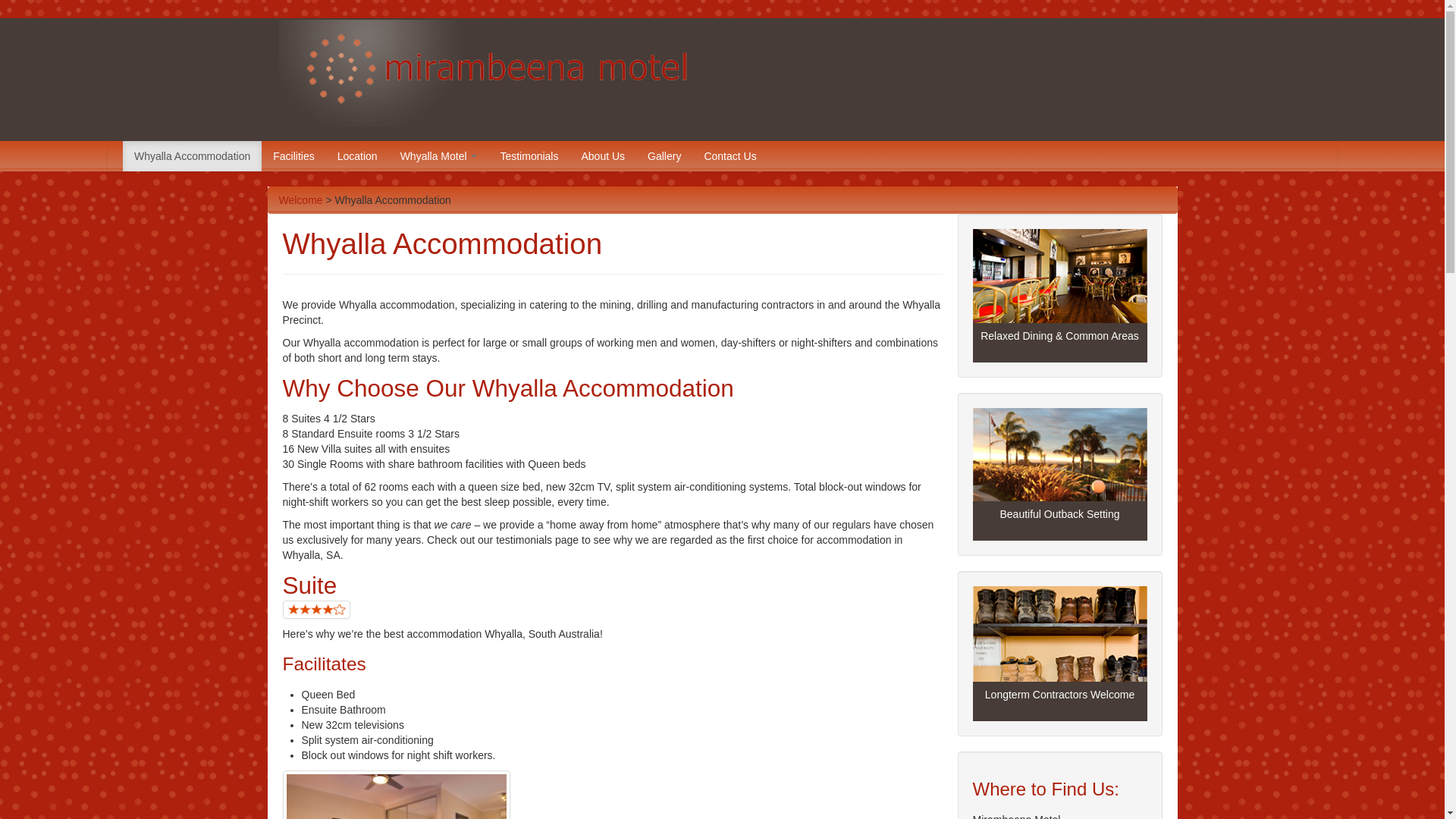 The width and height of the screenshot is (1456, 819). I want to click on 'About Us', so click(602, 155).